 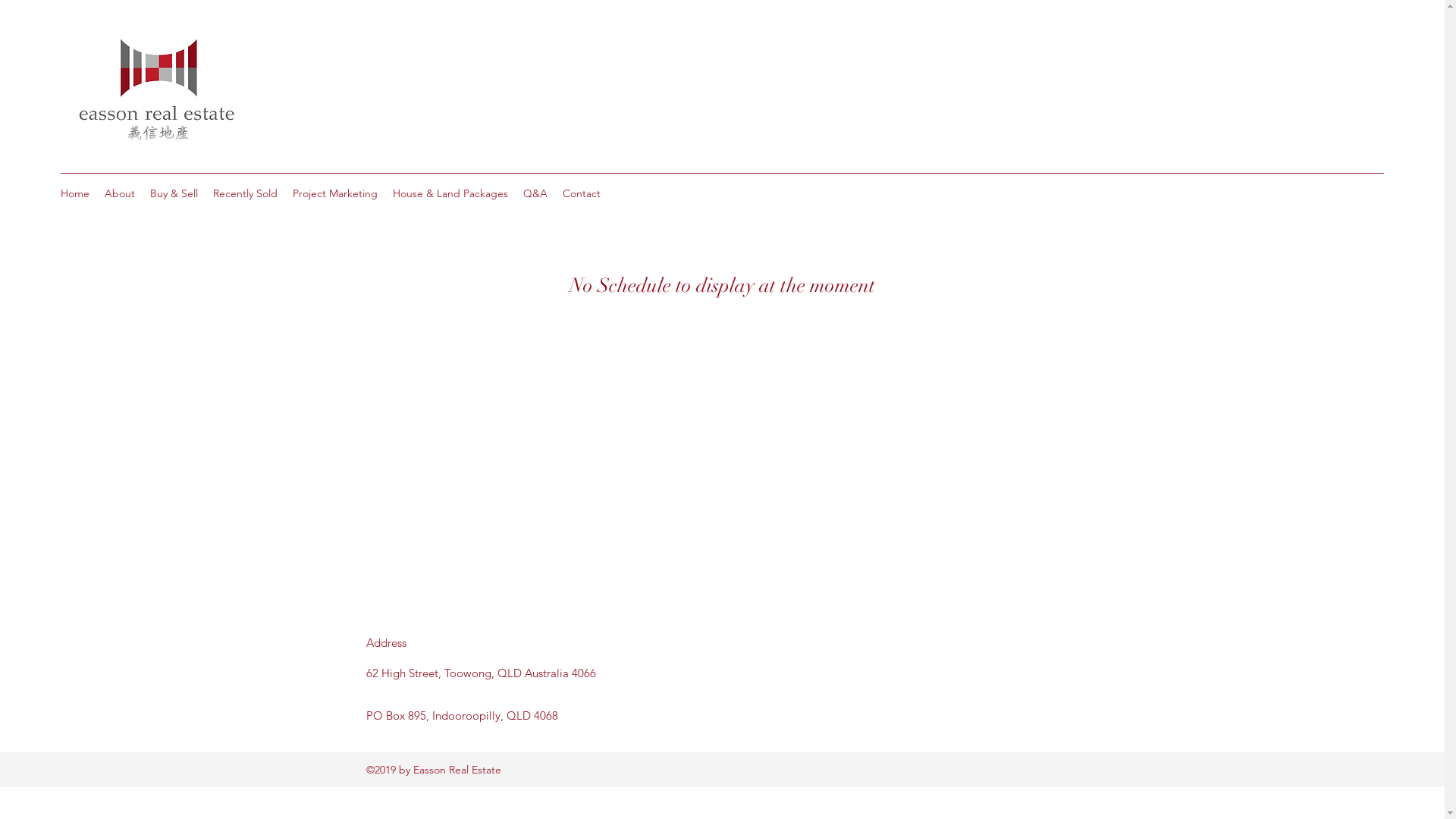 I want to click on 'Buy & Sell', so click(x=174, y=192).